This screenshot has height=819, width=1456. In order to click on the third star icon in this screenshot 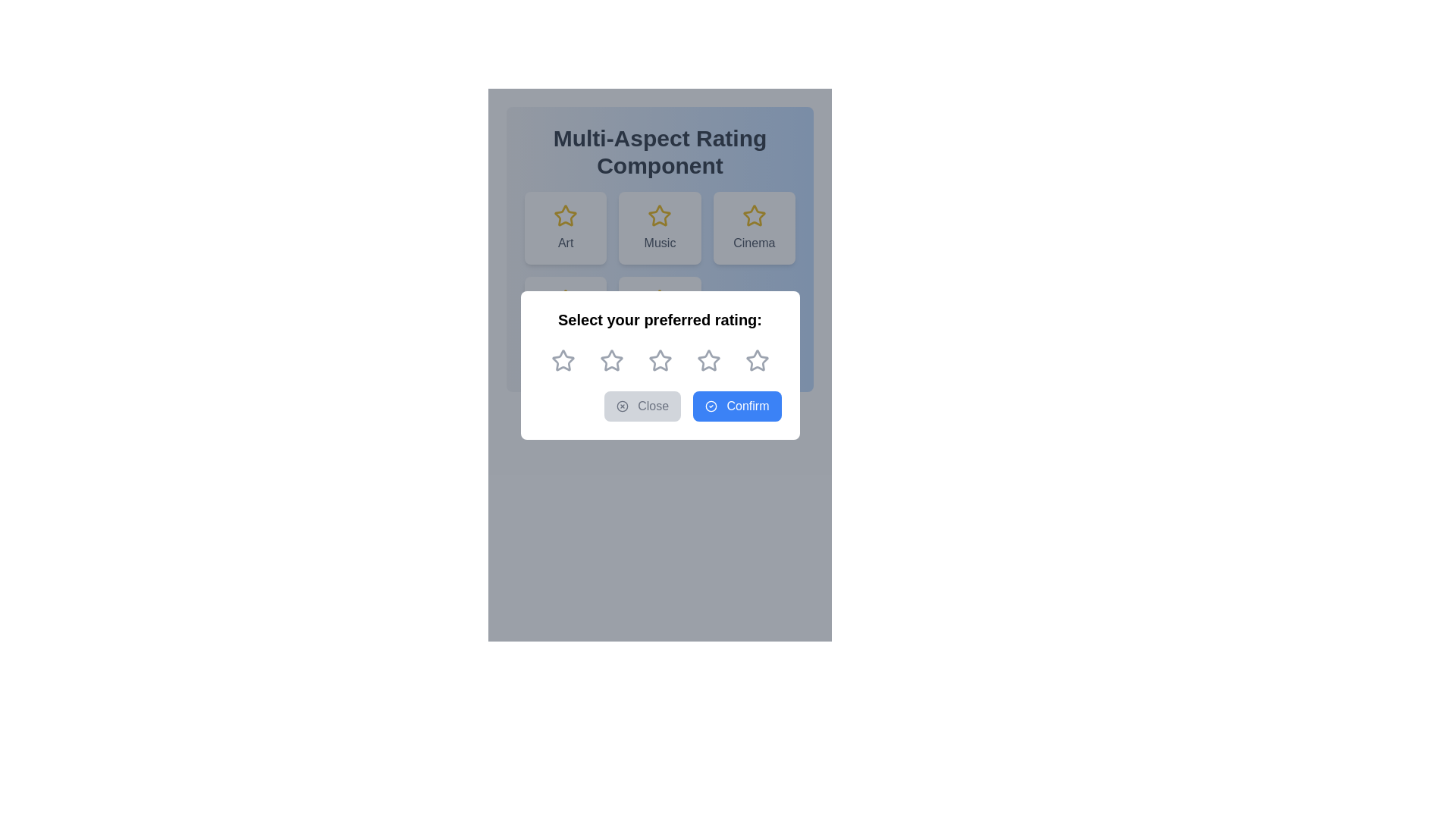, I will do `click(660, 360)`.